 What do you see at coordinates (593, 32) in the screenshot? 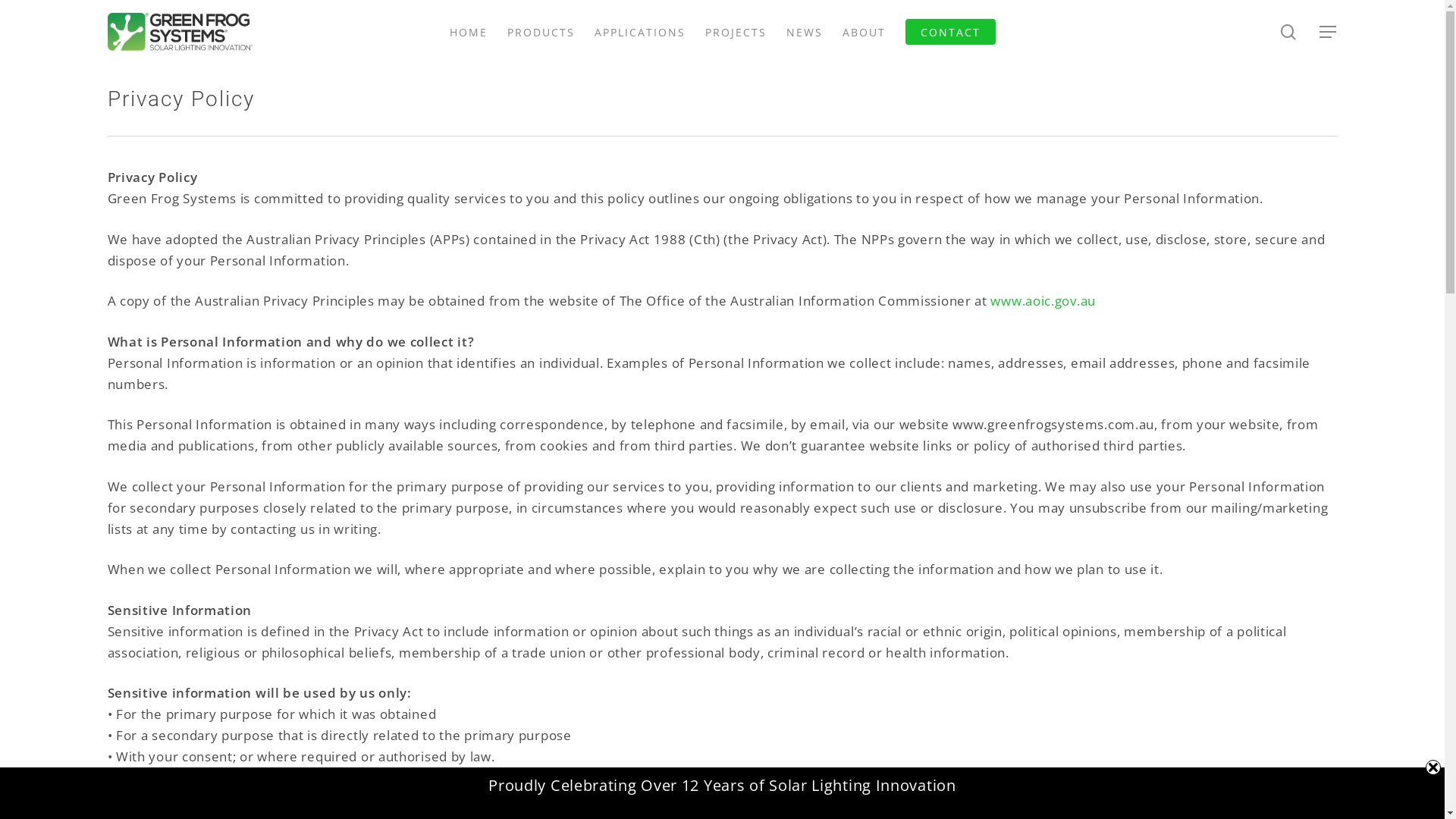
I see `'APPLICATIONS'` at bounding box center [593, 32].